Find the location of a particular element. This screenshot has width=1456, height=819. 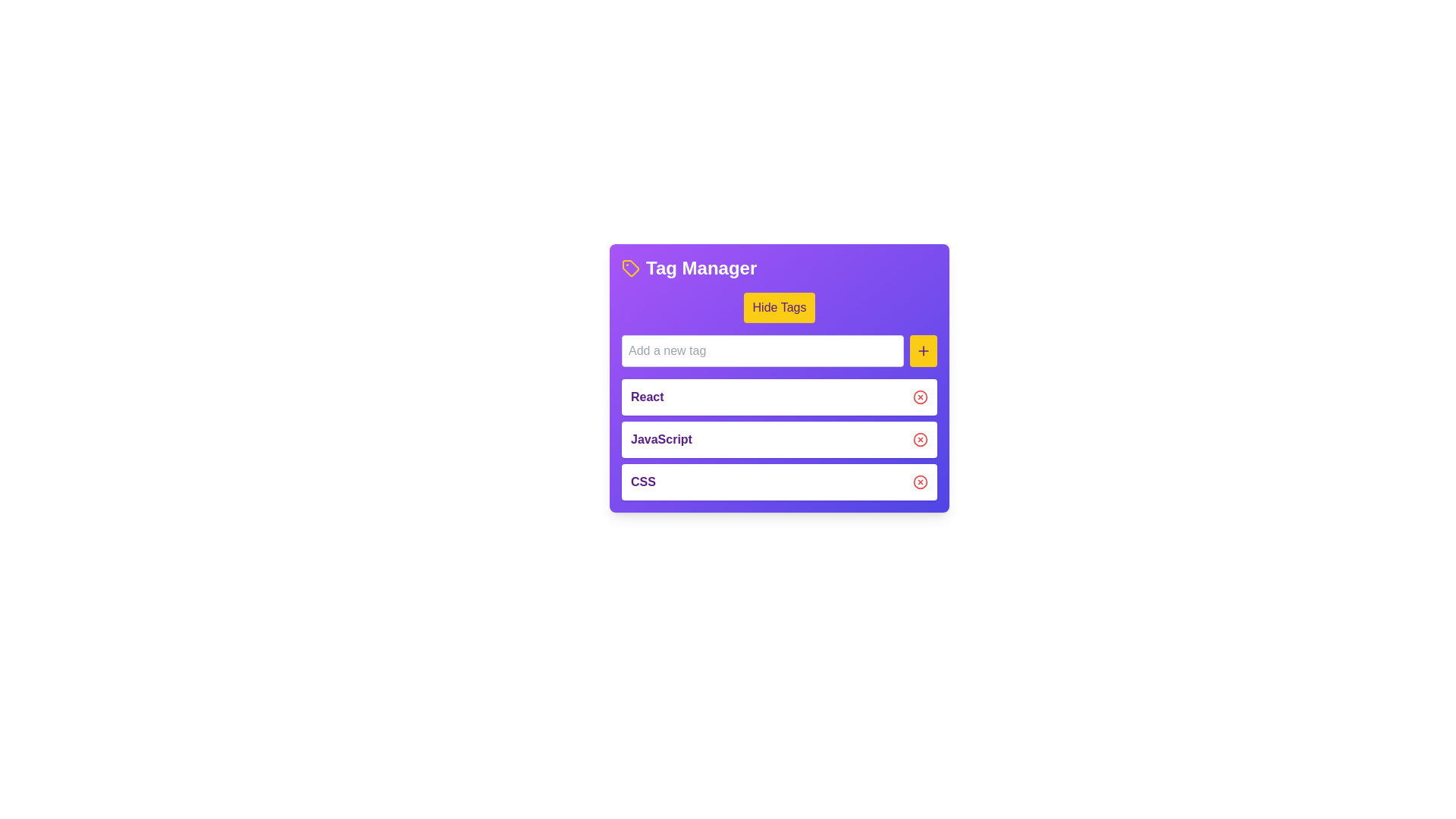

the button that adds a new tag or entry, positioned to the right of the text input field, to observe the hover effect is located at coordinates (923, 350).